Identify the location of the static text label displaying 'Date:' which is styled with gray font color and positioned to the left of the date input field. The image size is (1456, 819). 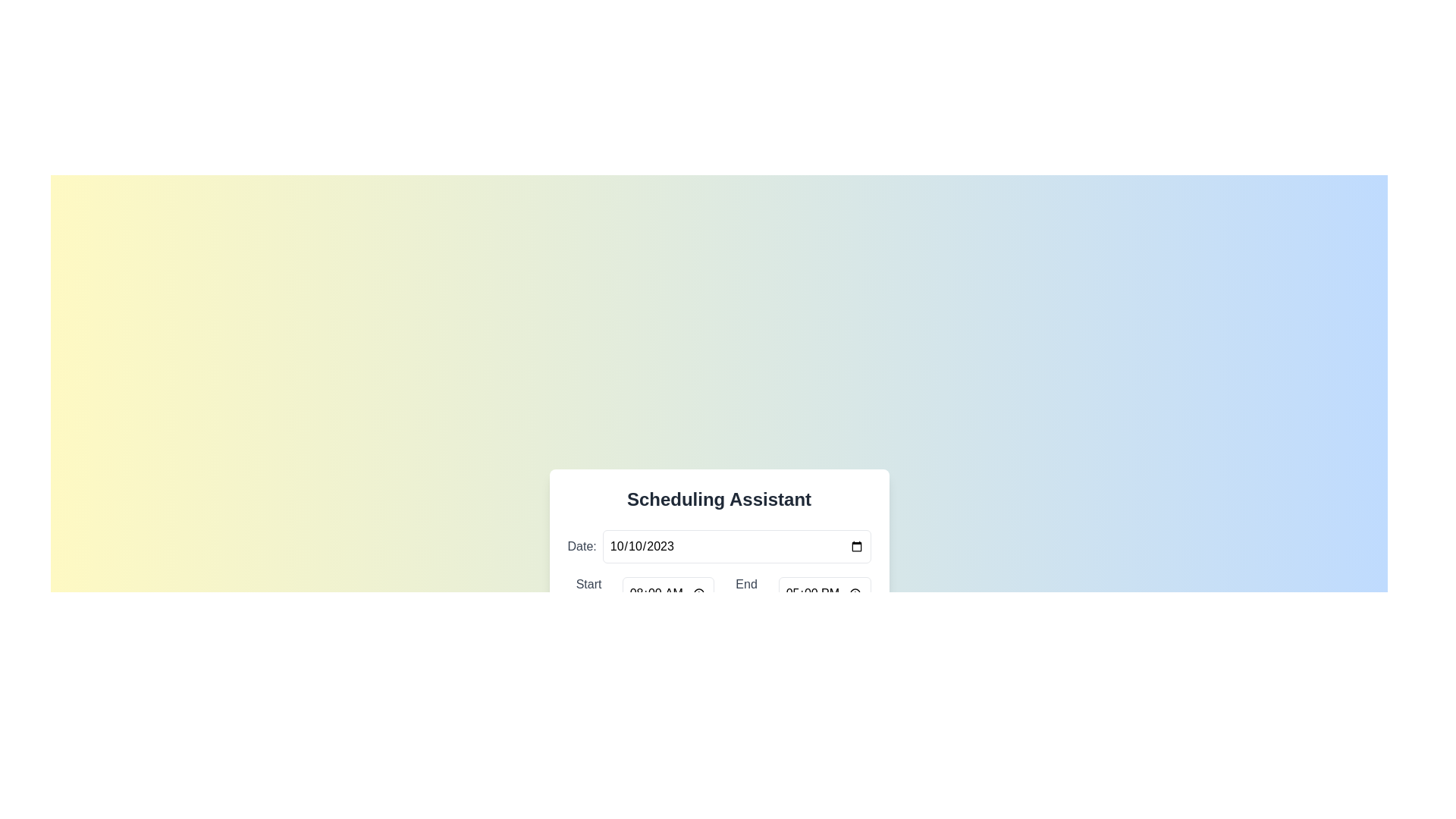
(581, 547).